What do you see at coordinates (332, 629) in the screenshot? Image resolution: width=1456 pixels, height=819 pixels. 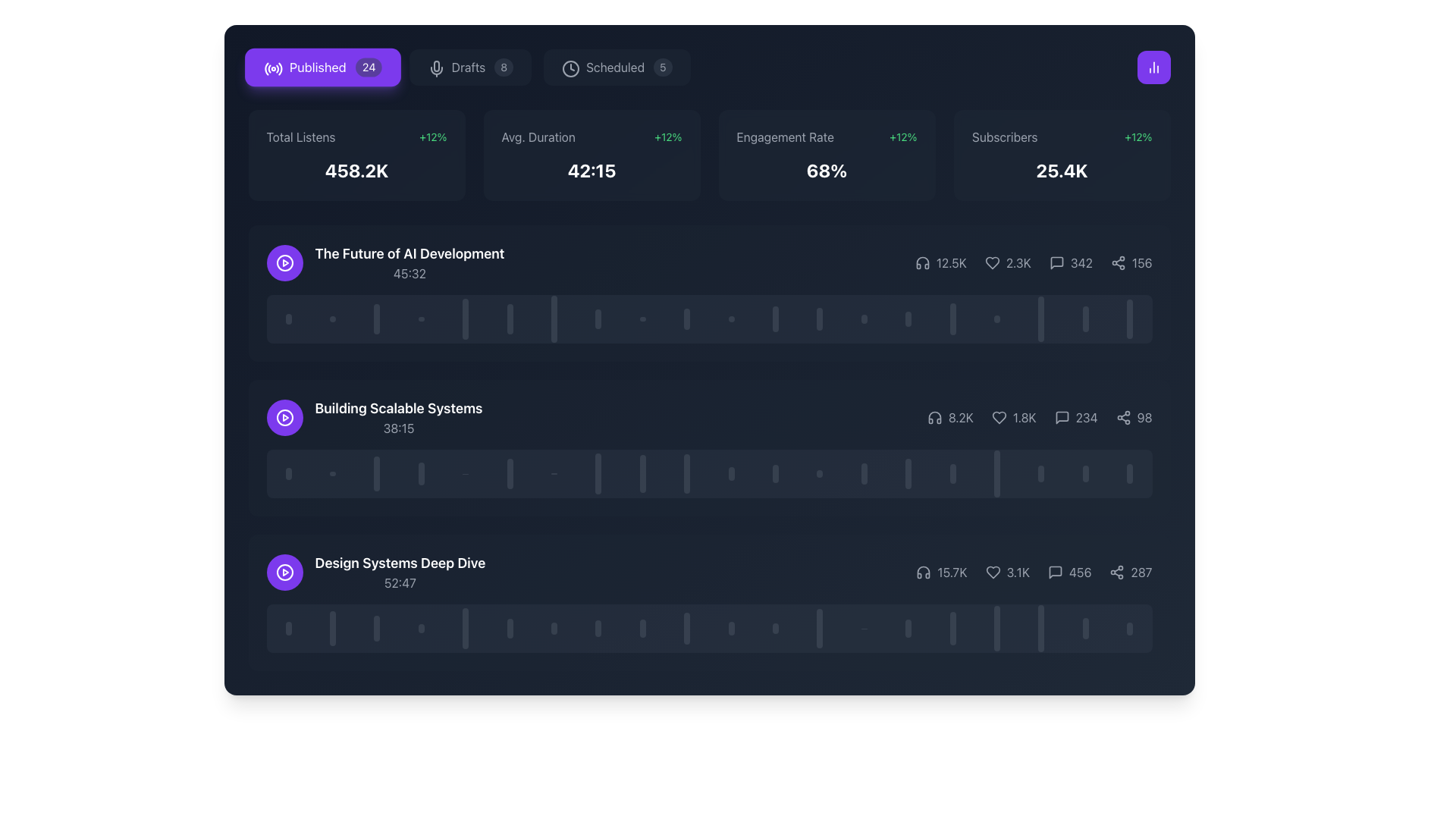 I see `the vertical rectangular Progress indicator component with rounded ends, located in the timeline section for 'Design Systems Deep Dive'` at bounding box center [332, 629].